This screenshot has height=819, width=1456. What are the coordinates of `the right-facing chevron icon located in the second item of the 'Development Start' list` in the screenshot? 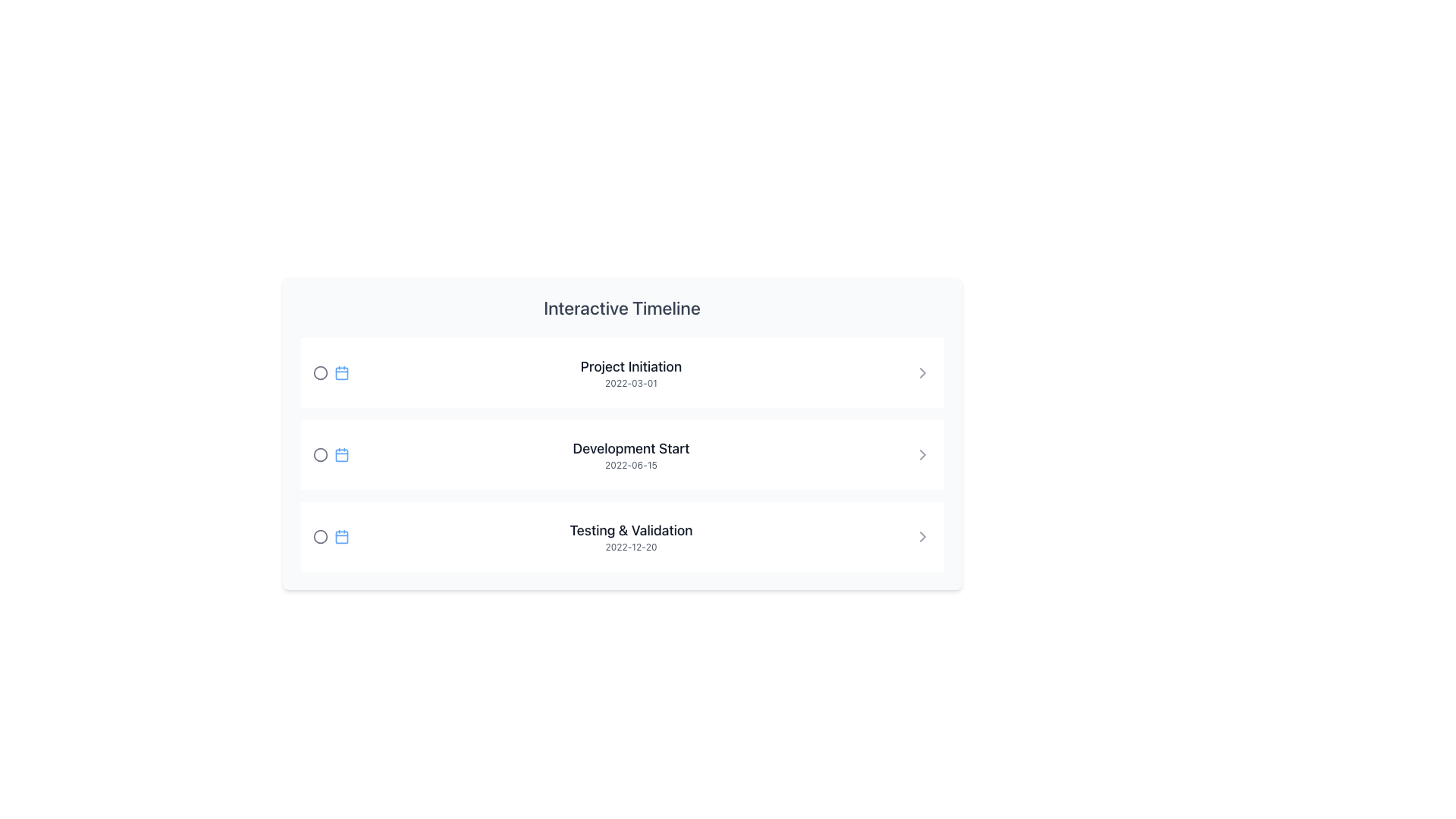 It's located at (921, 454).